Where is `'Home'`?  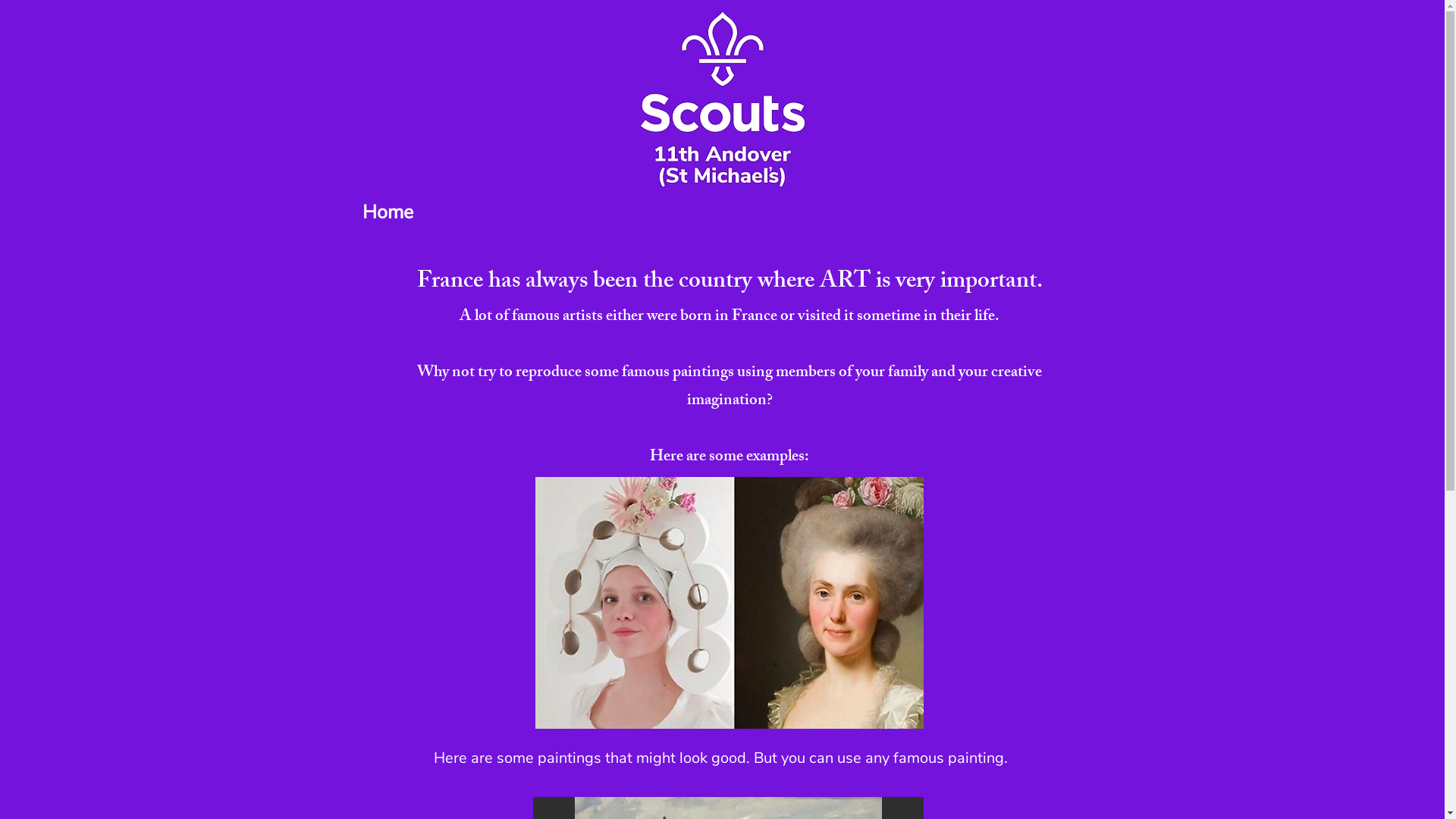 'Home' is located at coordinates (388, 212).